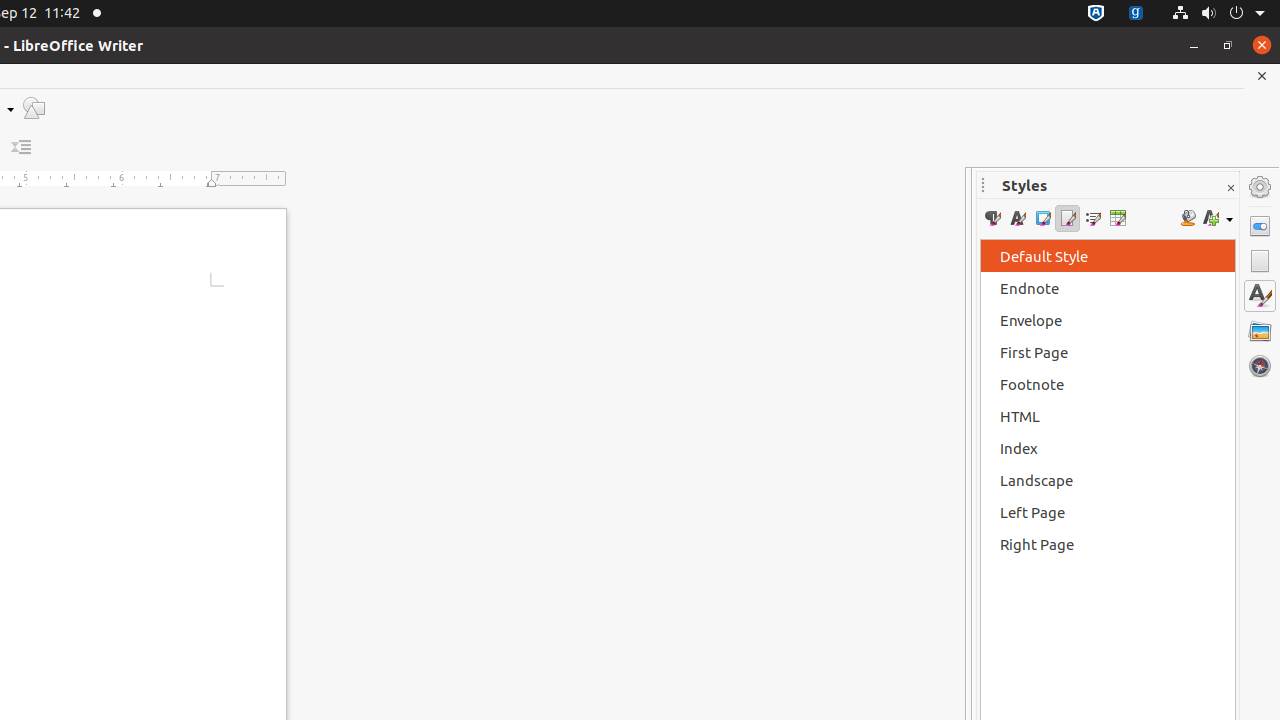  I want to click on 'Gallery', so click(1259, 329).